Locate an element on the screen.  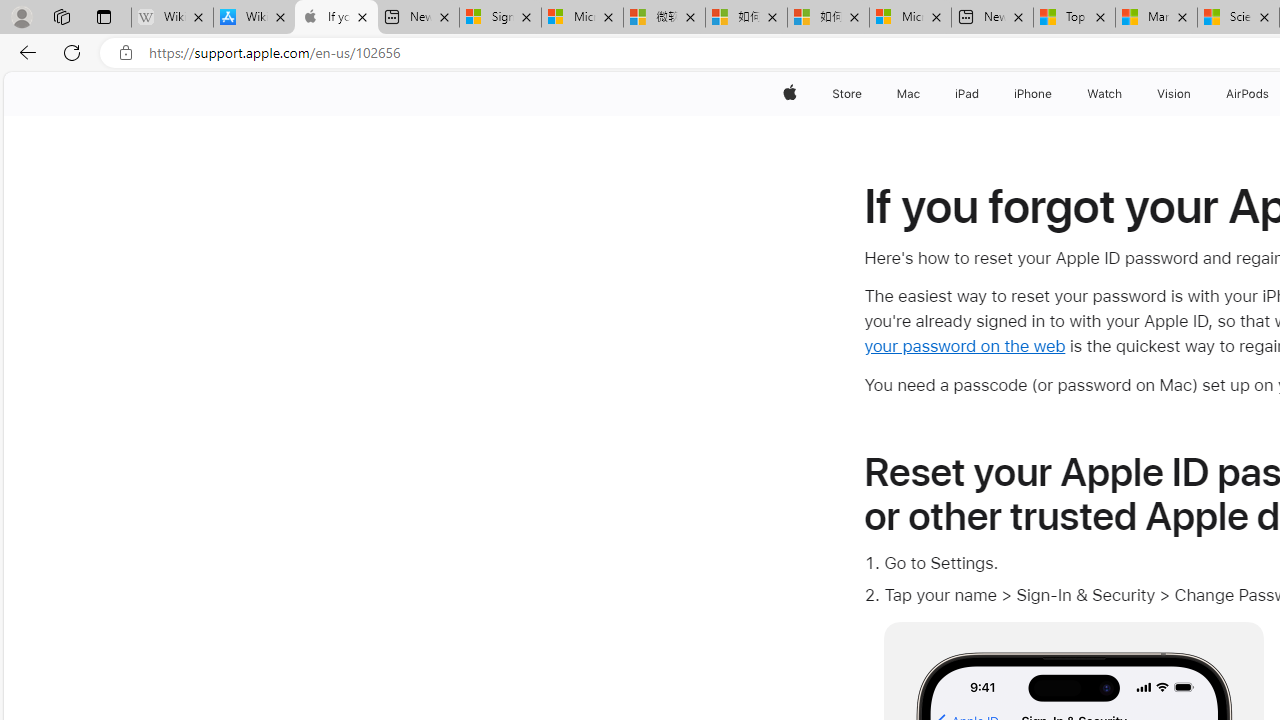
'iPhone menu' is located at coordinates (1055, 93).